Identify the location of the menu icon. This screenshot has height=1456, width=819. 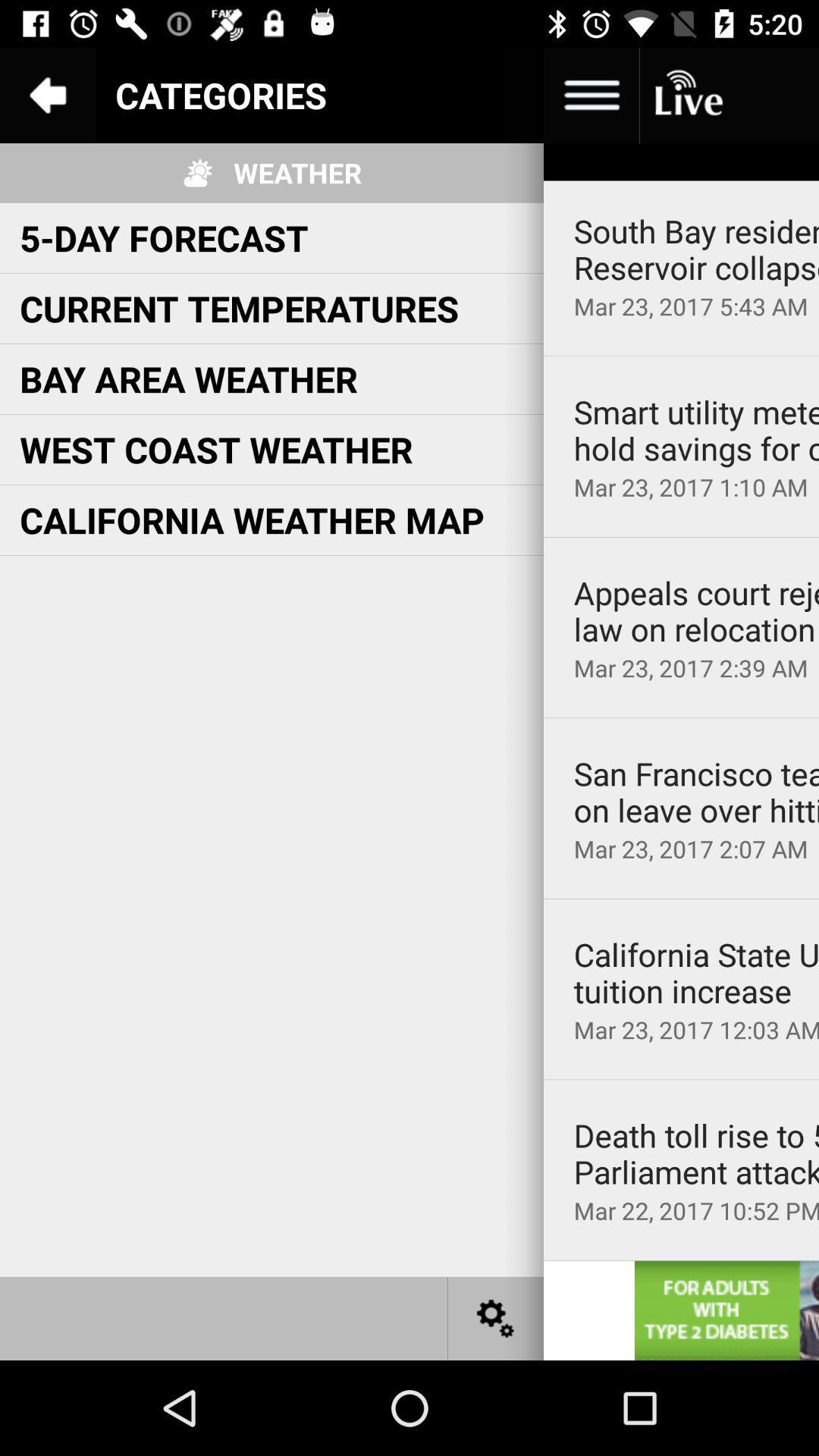
(590, 94).